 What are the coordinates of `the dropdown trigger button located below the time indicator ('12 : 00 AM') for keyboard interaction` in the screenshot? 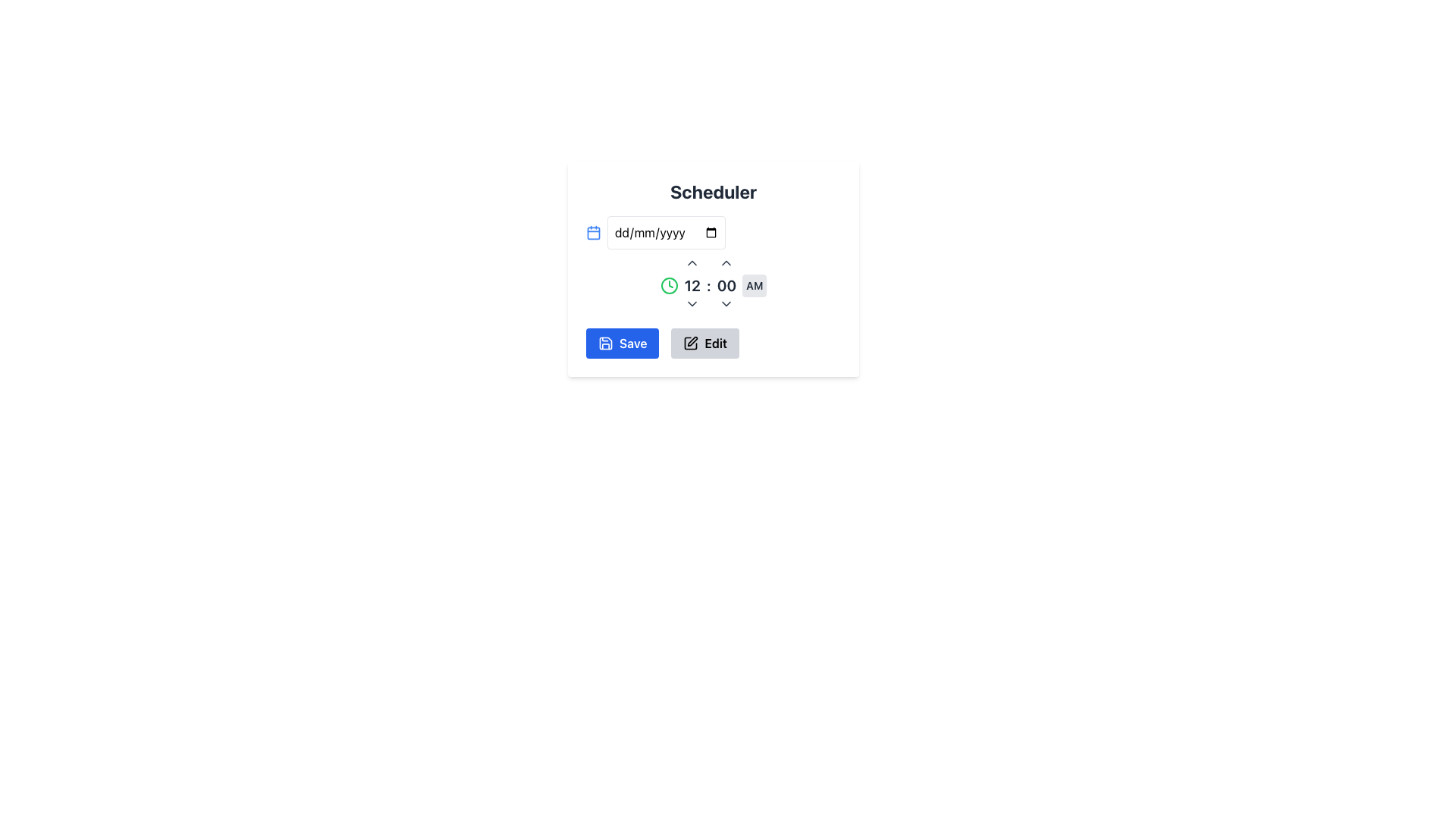 It's located at (692, 304).